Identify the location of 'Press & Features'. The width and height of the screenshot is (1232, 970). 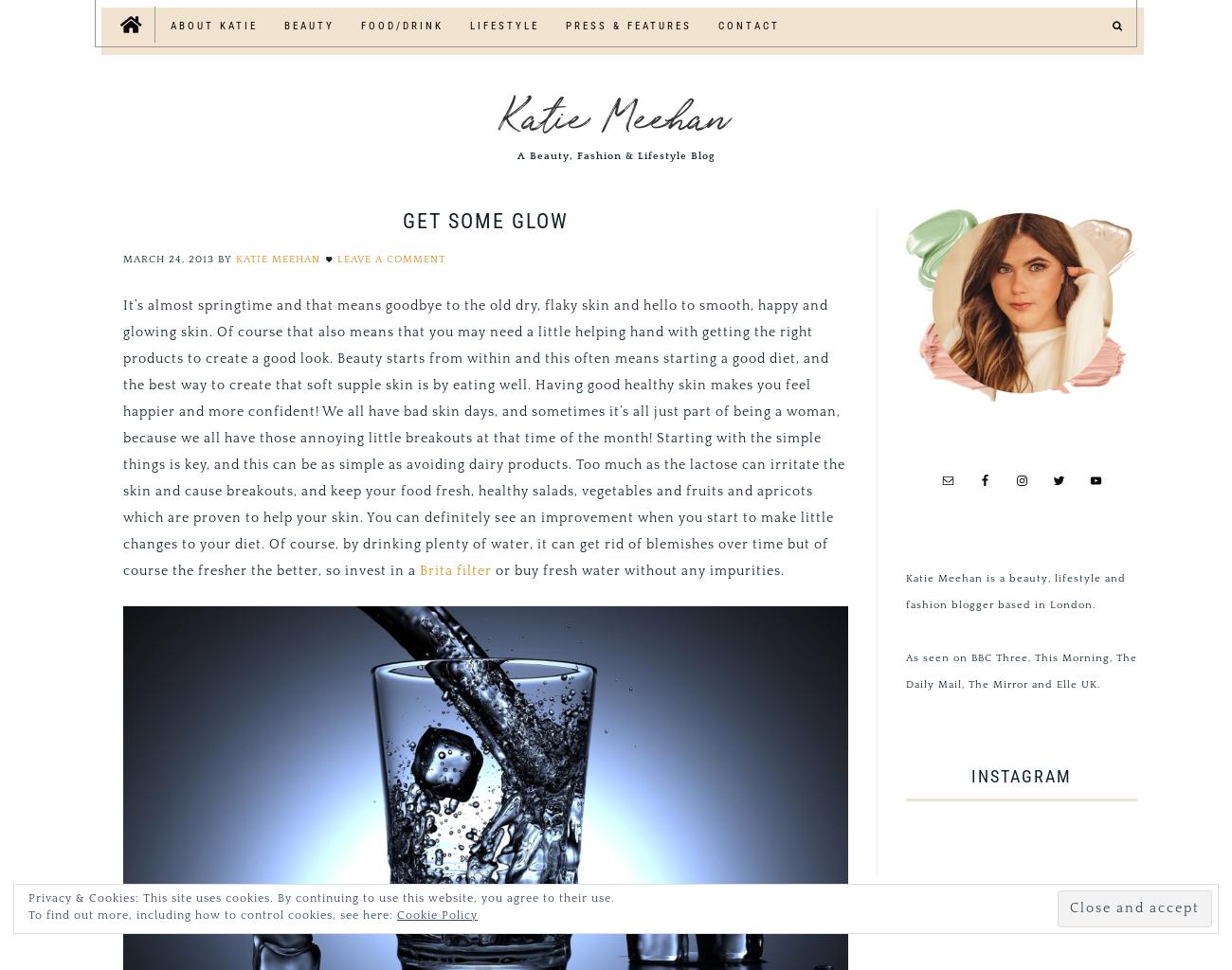
(627, 26).